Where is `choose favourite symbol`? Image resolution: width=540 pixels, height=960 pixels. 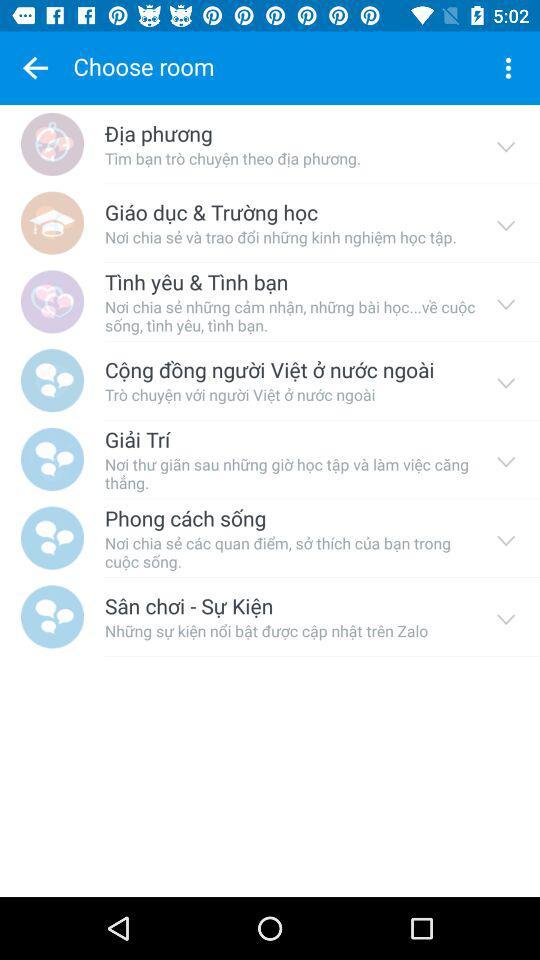
choose favourite symbol is located at coordinates (35, 68).